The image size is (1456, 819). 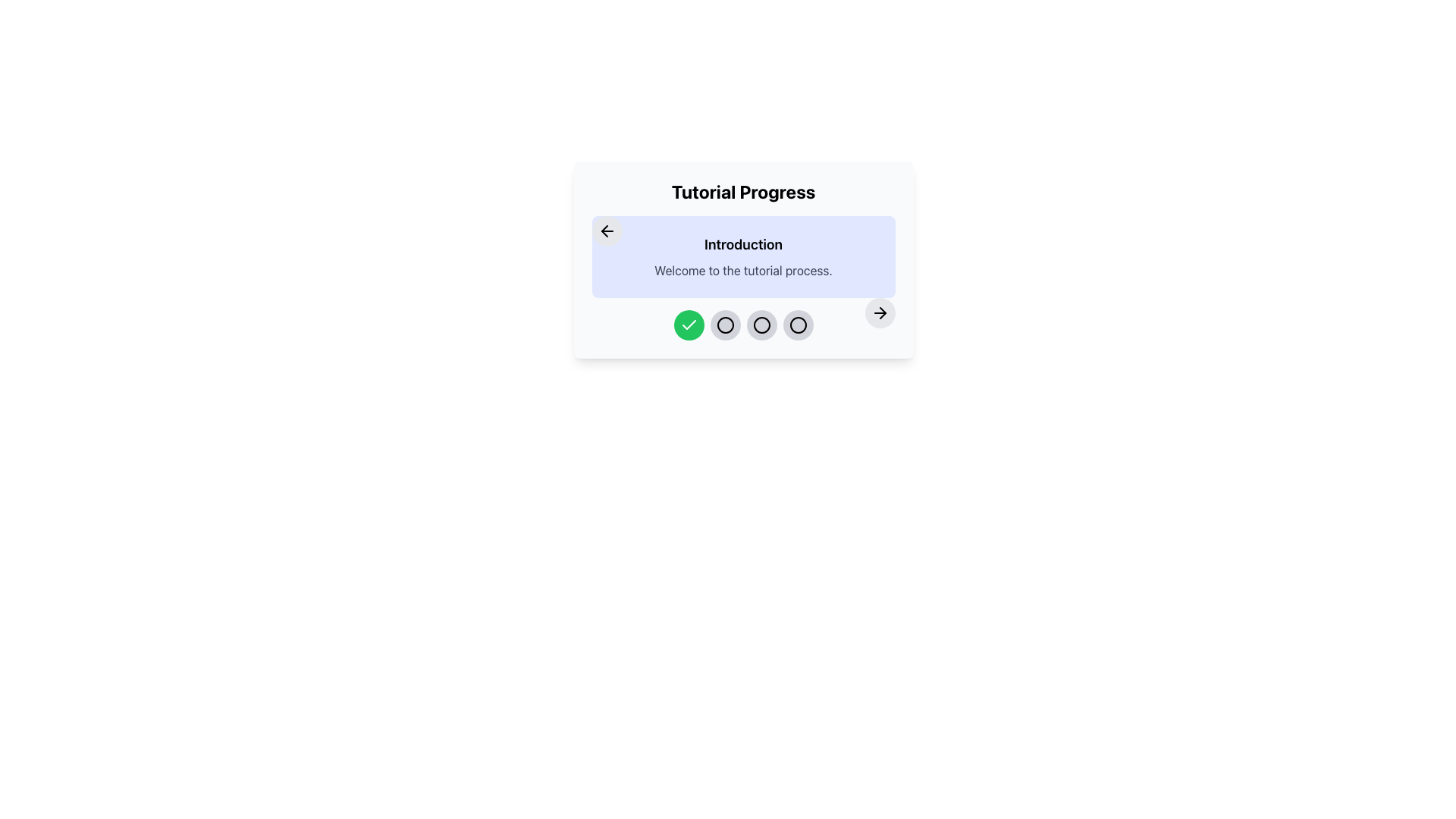 I want to click on the completed step icon, which is the first circular icon in the row of icons at the bottom of the 'Tutorial Progress' card, so click(x=688, y=324).